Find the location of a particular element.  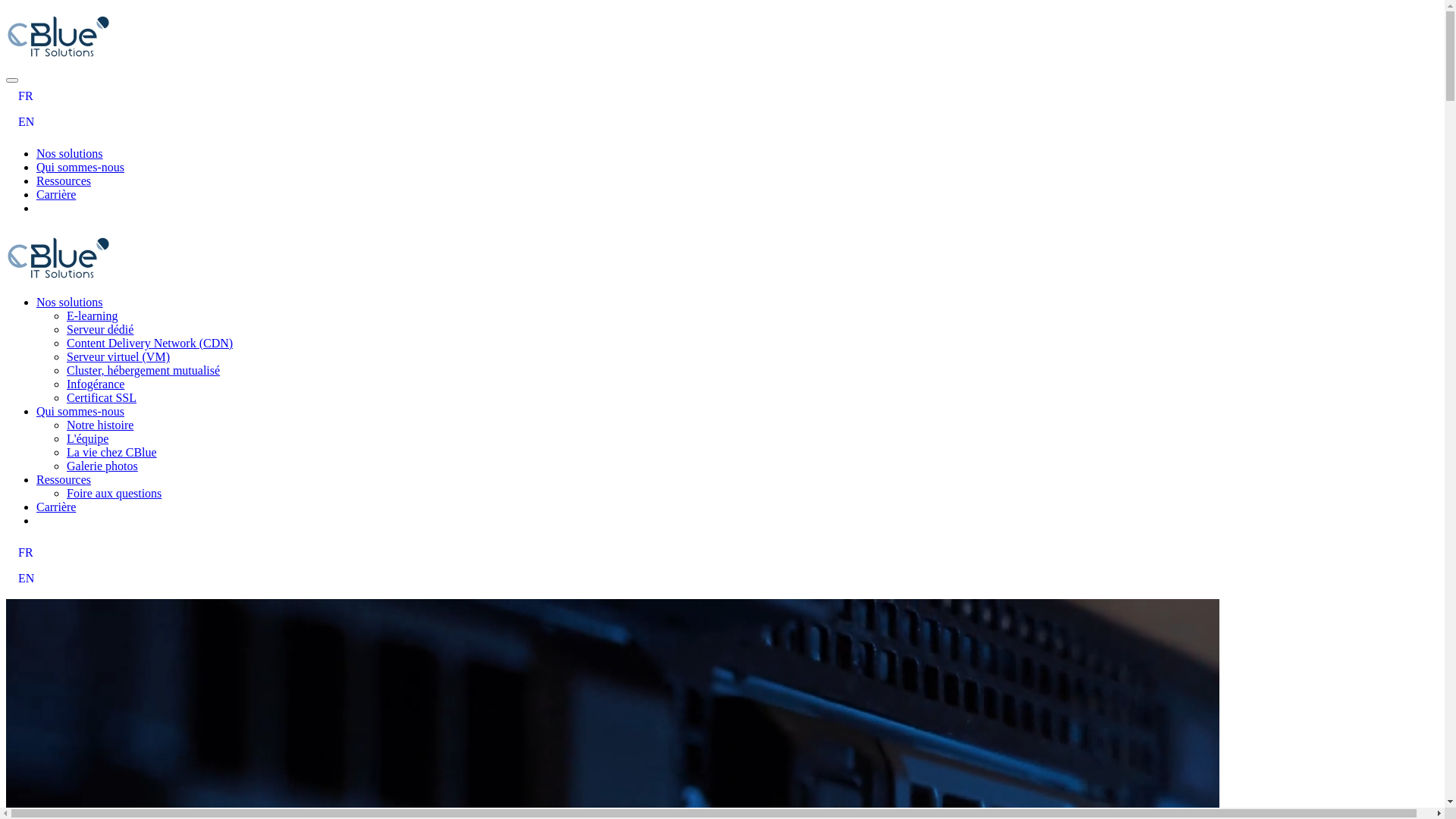

'Content Delivery Network (CDN)' is located at coordinates (149, 343).